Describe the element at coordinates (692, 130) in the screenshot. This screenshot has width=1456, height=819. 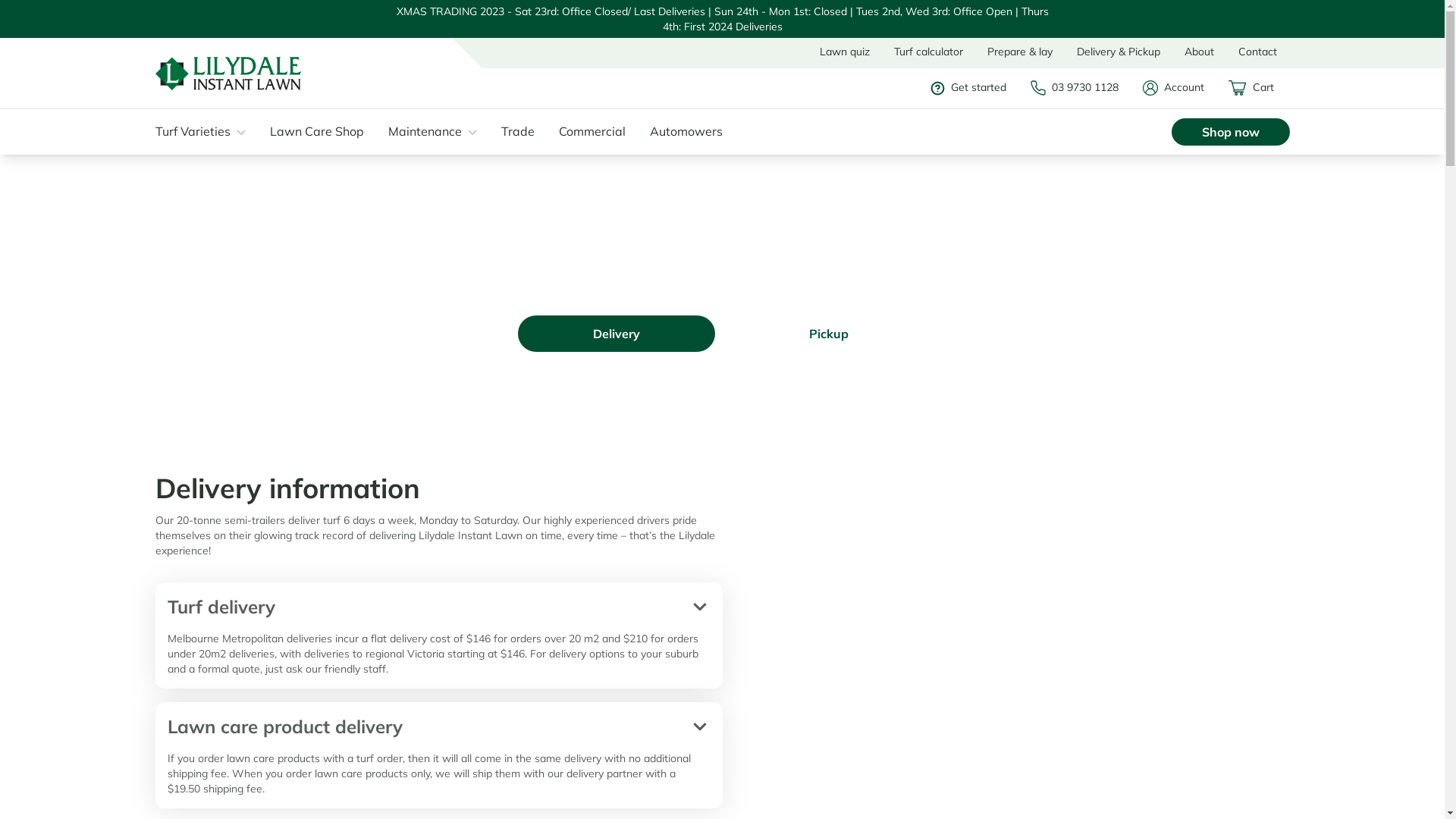
I see `'Automowers'` at that location.